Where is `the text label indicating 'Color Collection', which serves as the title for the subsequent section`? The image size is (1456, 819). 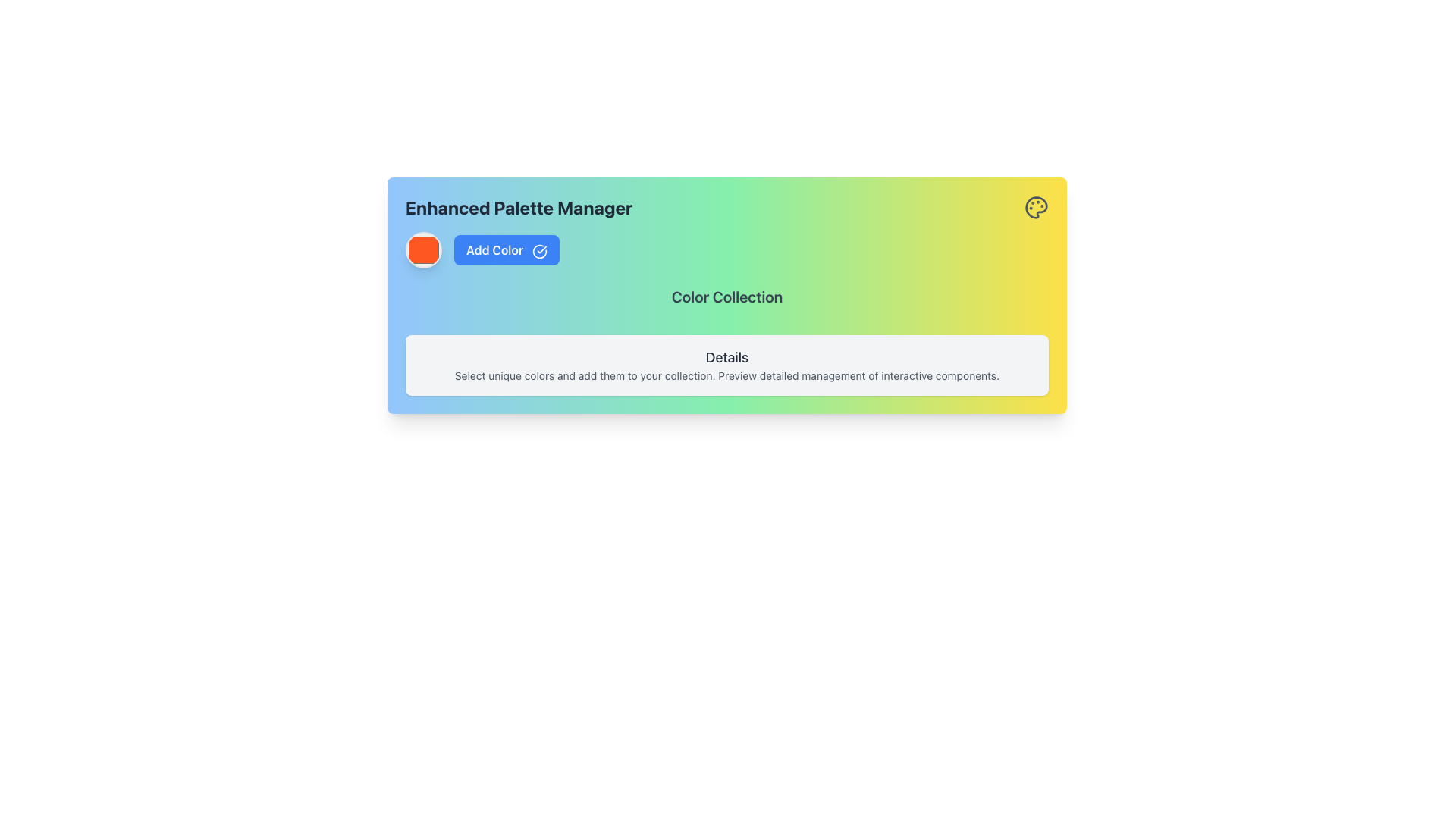 the text label indicating 'Color Collection', which serves as the title for the subsequent section is located at coordinates (726, 301).